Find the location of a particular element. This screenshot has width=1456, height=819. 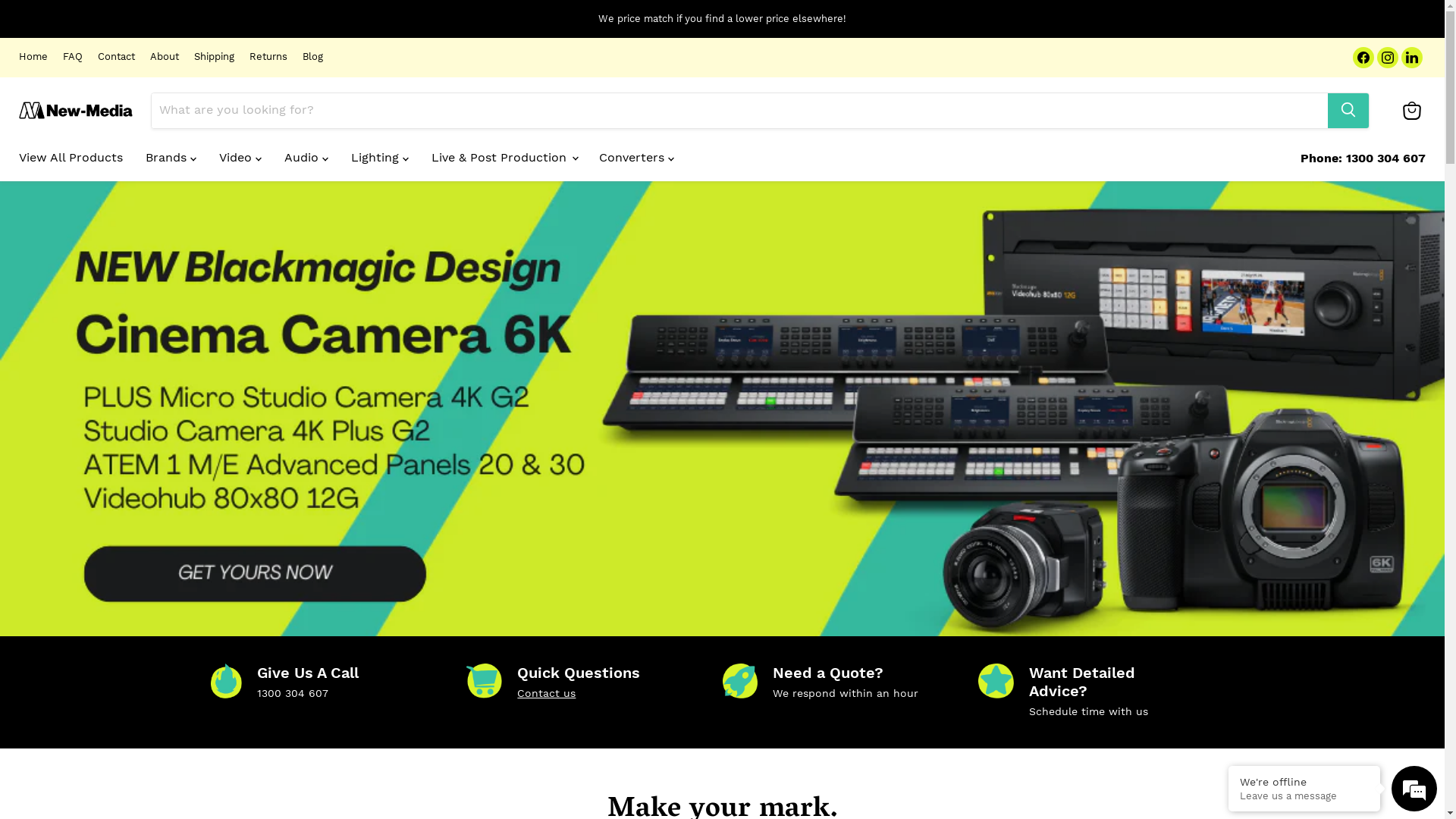

'Returns' is located at coordinates (268, 56).